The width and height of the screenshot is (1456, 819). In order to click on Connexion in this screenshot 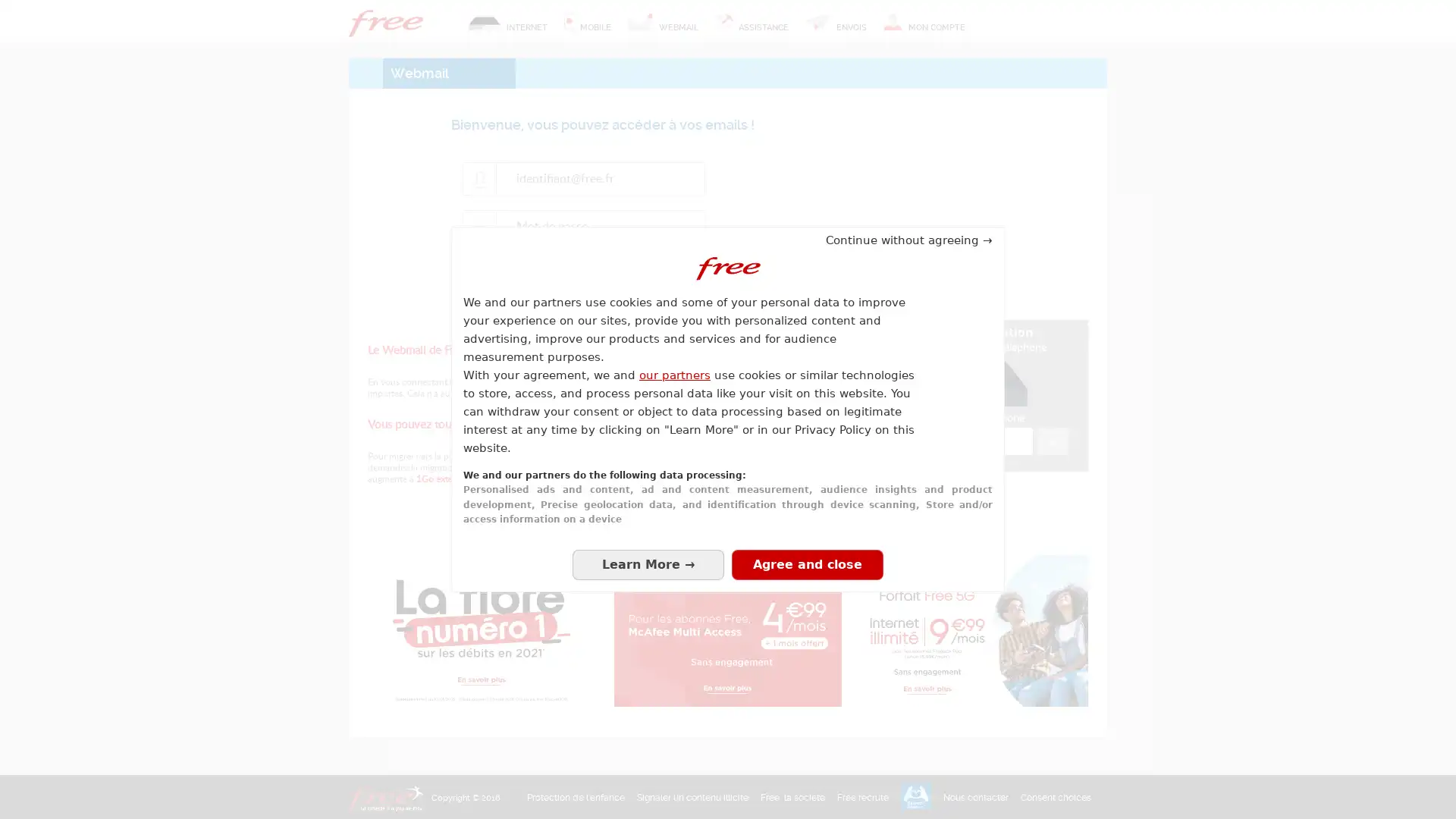, I will do `click(602, 277)`.